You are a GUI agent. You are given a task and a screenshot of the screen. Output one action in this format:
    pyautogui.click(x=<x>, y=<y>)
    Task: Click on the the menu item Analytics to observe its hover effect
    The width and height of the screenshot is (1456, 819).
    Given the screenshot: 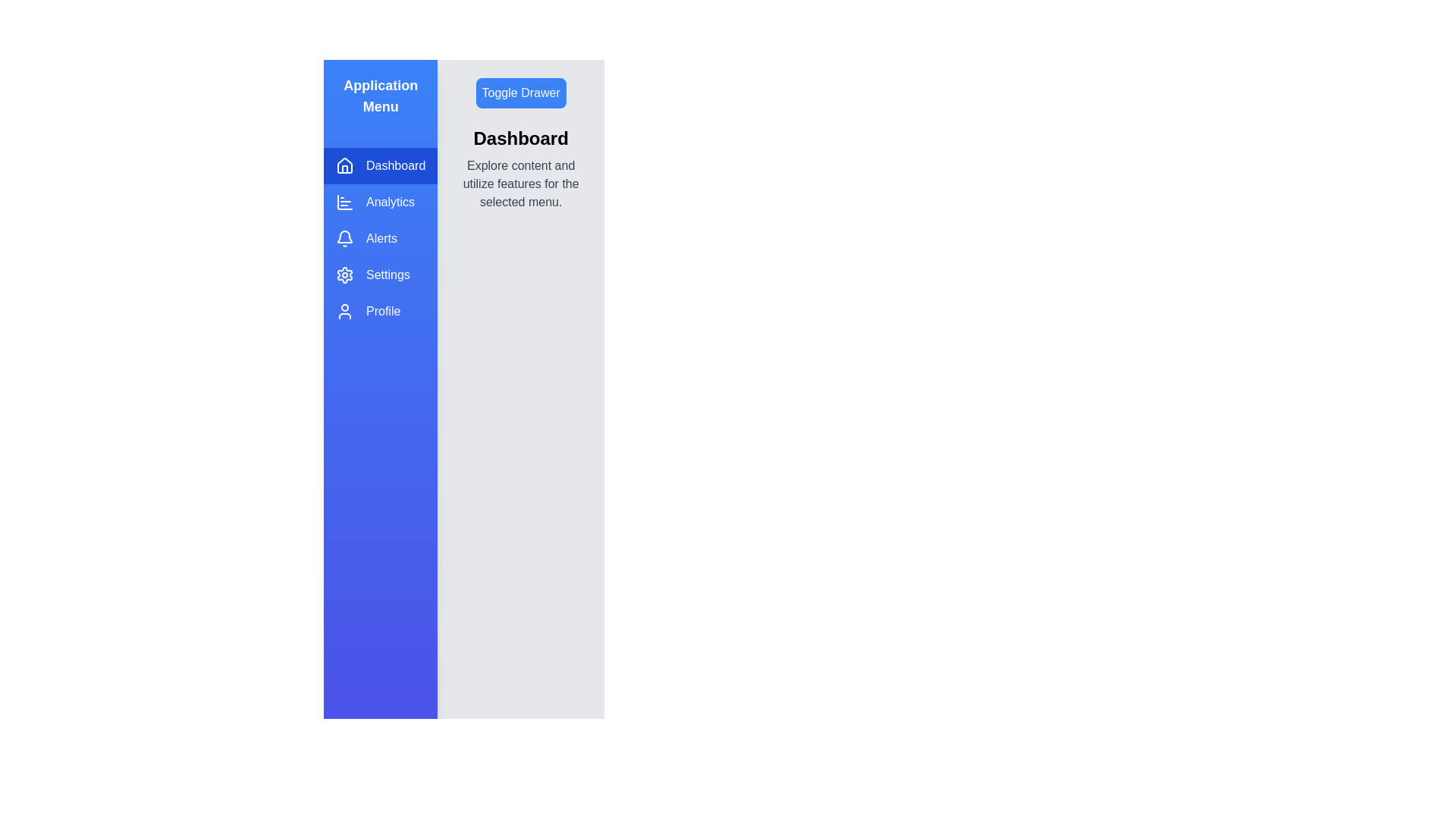 What is the action you would take?
    pyautogui.click(x=381, y=201)
    